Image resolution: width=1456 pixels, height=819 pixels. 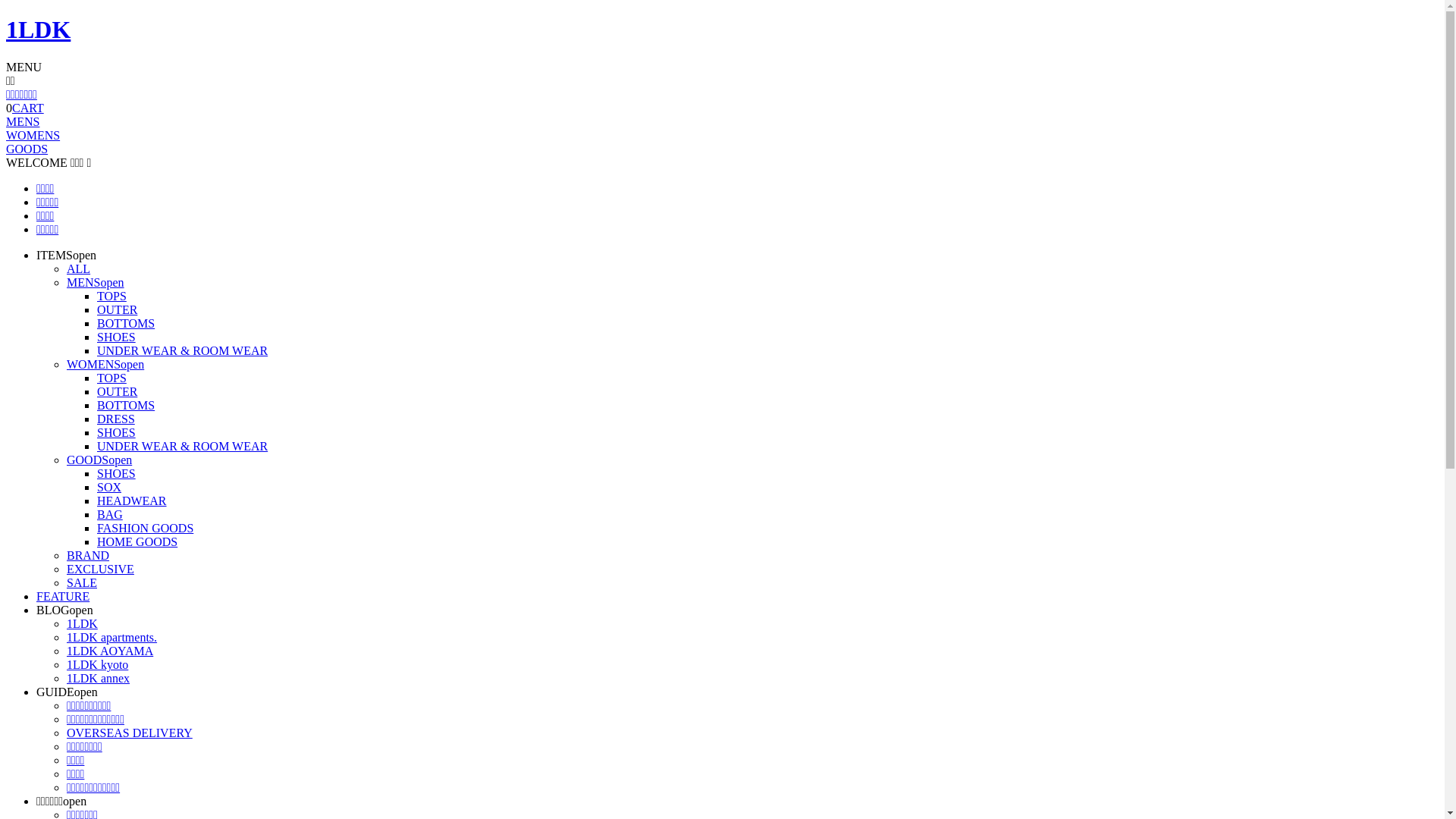 What do you see at coordinates (38, 29) in the screenshot?
I see `'1LDK'` at bounding box center [38, 29].